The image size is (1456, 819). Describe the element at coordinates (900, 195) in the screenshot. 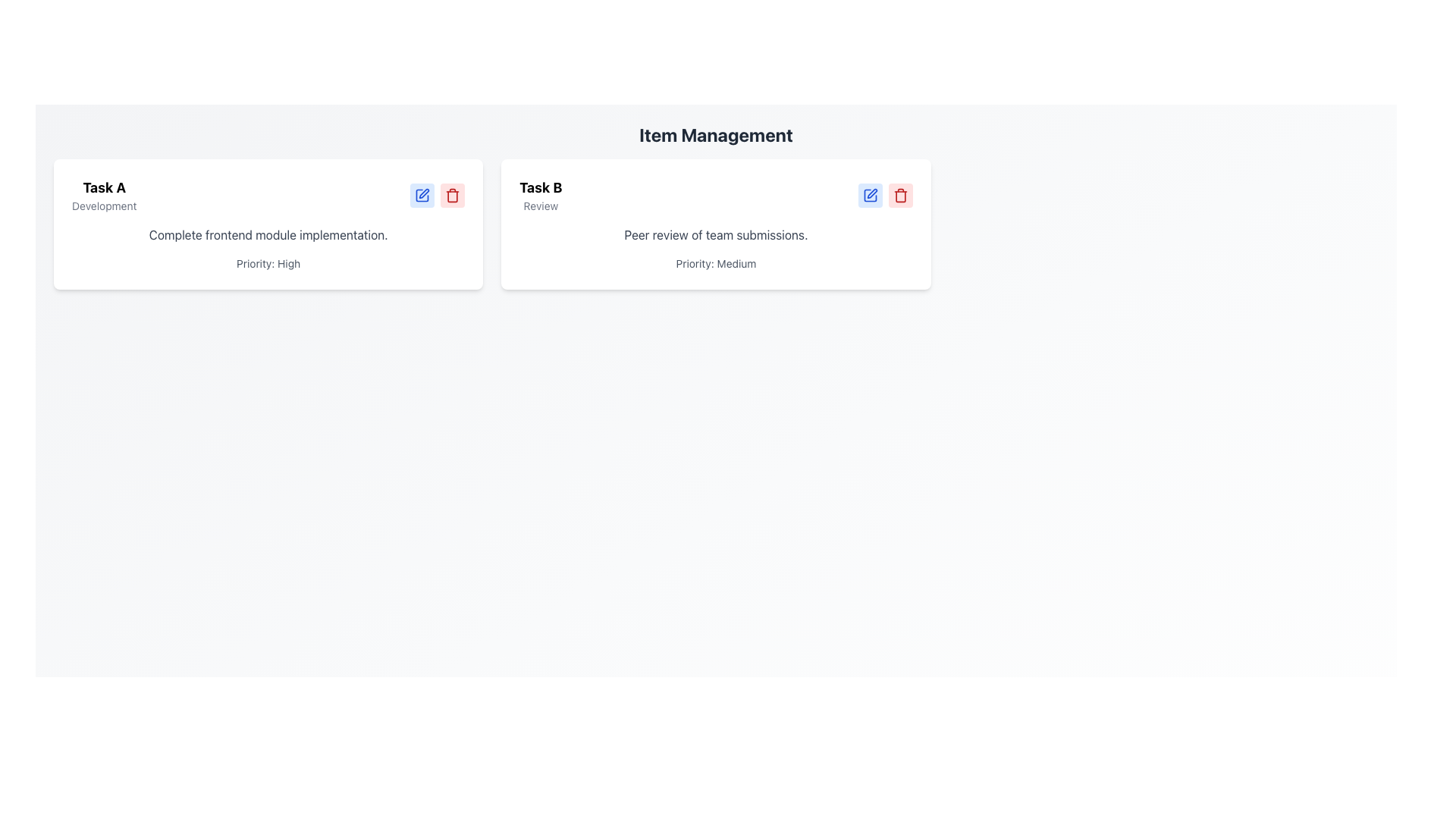

I see `the red trash icon button located at the top-right corner of the Task B card` at that location.